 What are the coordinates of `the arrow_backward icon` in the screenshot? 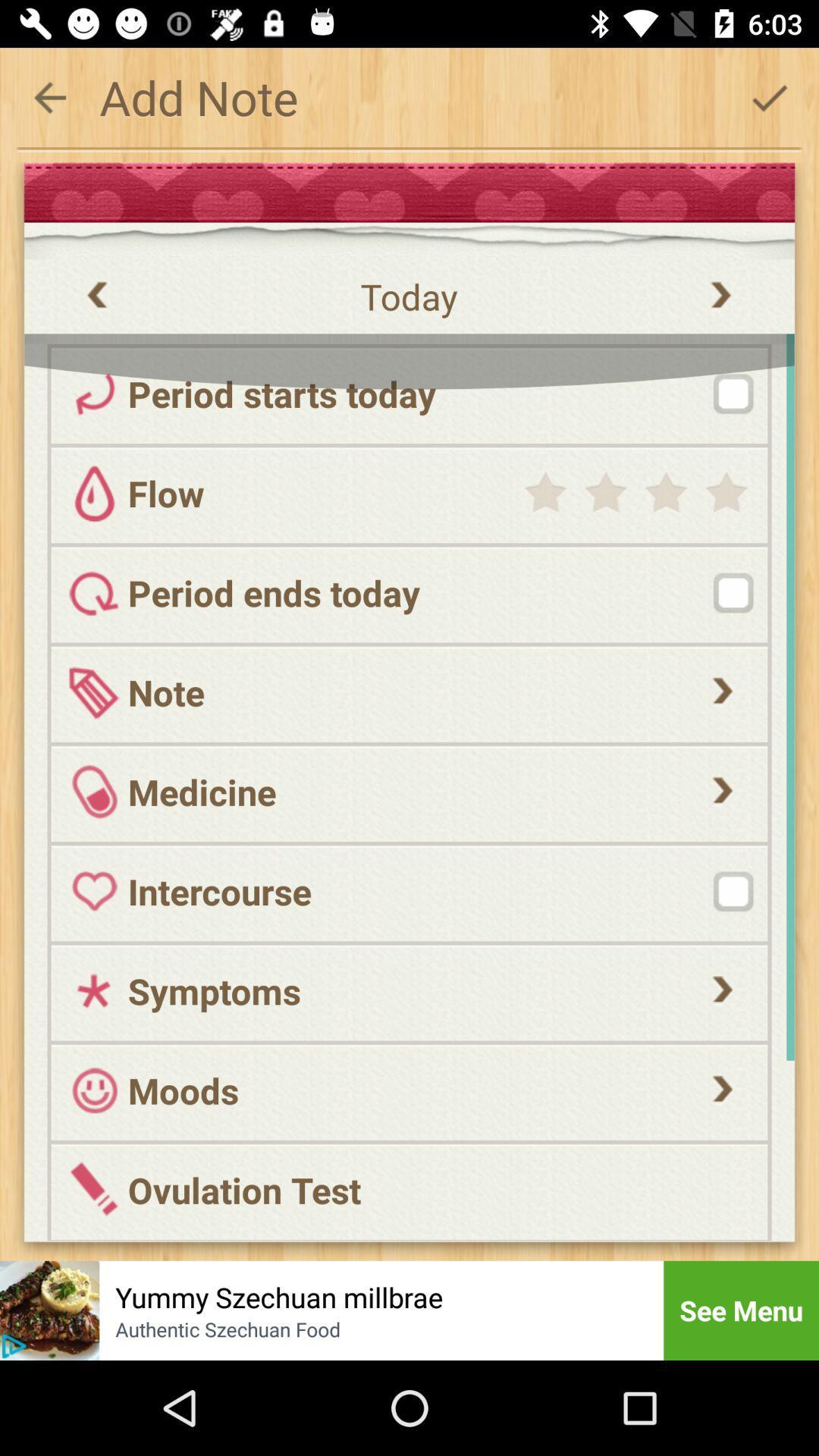 It's located at (49, 96).